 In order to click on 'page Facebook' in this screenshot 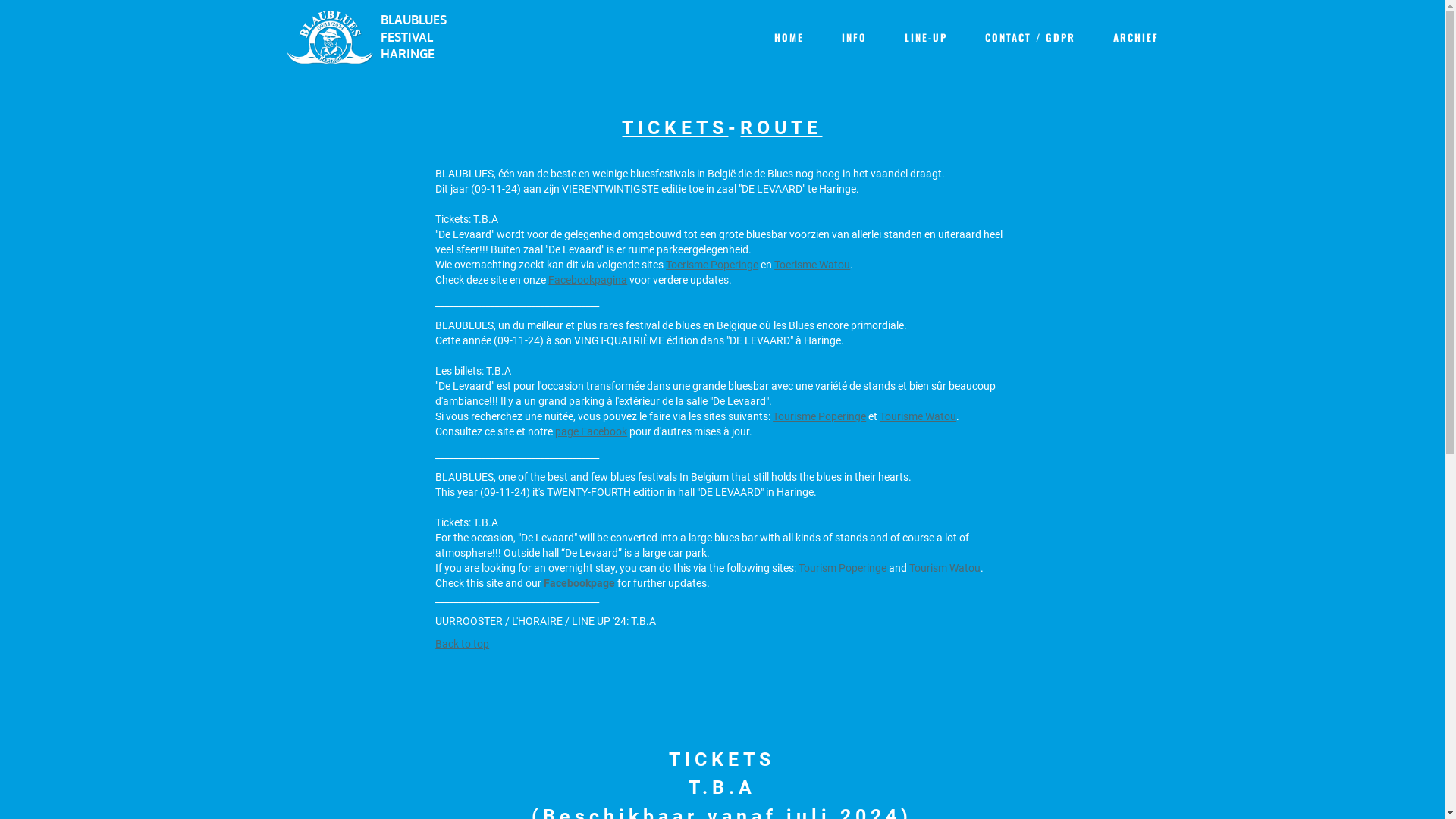, I will do `click(590, 430)`.